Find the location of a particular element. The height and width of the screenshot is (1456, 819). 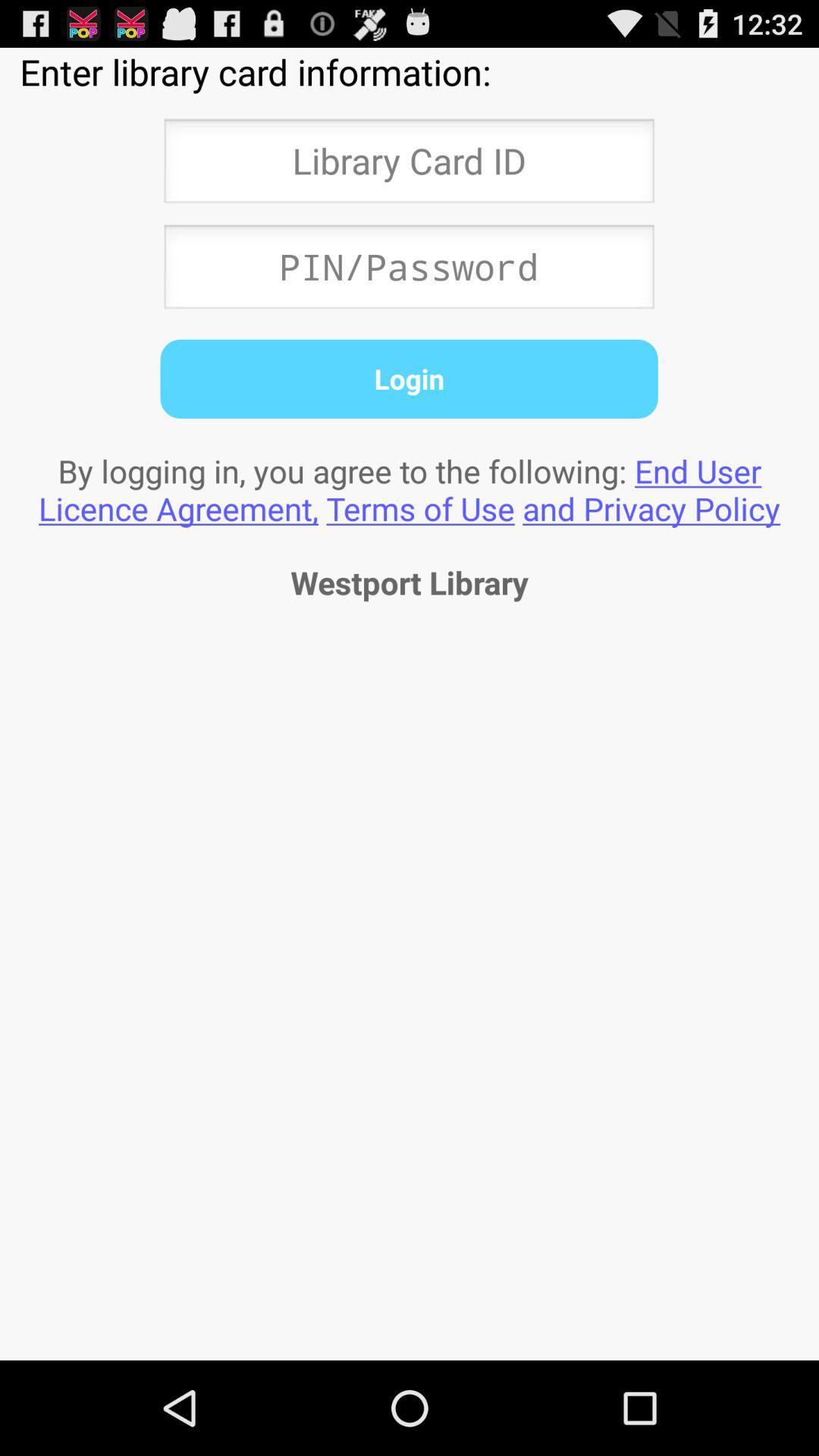

login is located at coordinates (408, 378).